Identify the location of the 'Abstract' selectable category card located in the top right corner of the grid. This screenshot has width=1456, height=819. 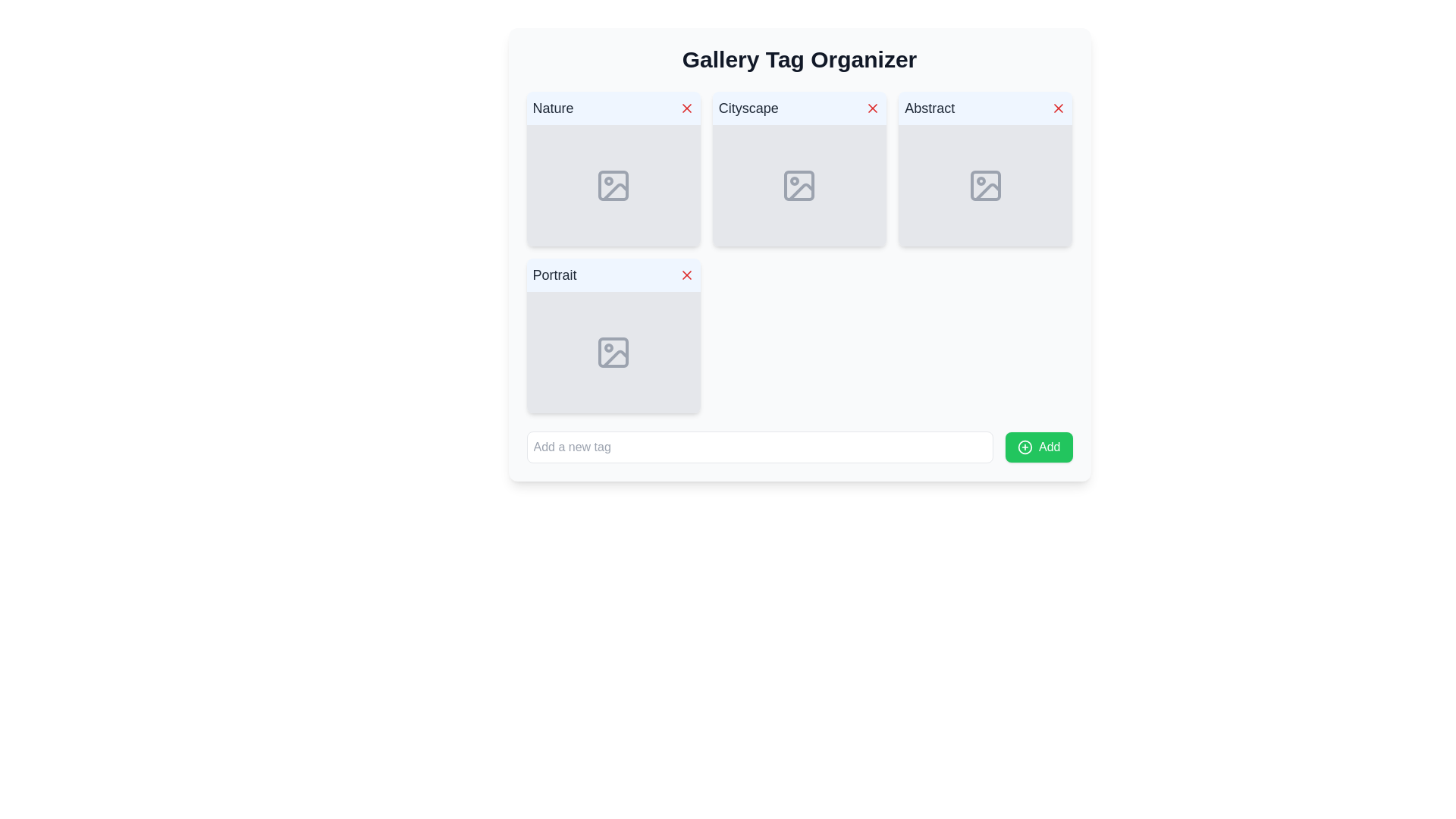
(985, 169).